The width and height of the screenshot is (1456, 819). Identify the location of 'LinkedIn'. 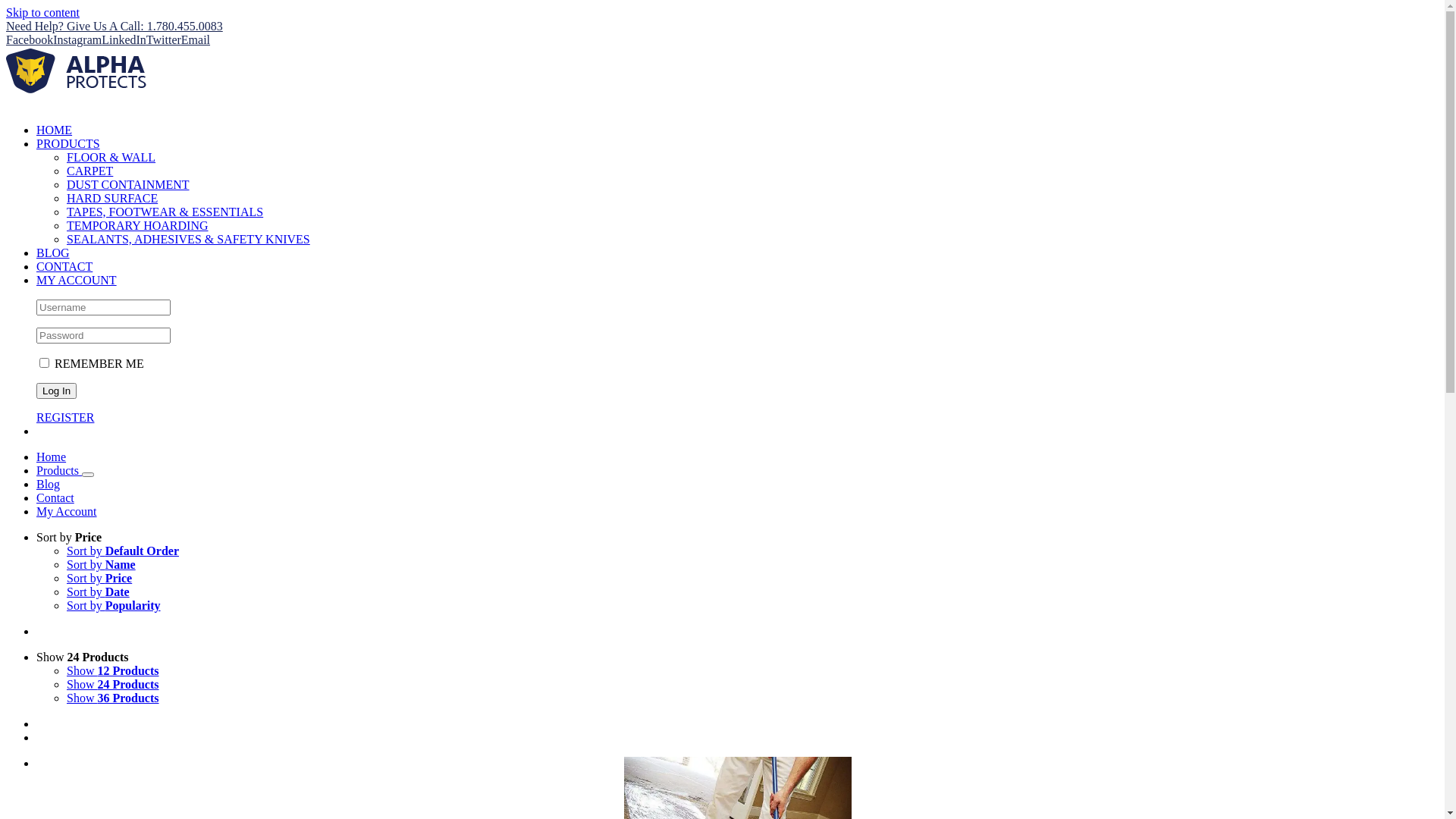
(101, 39).